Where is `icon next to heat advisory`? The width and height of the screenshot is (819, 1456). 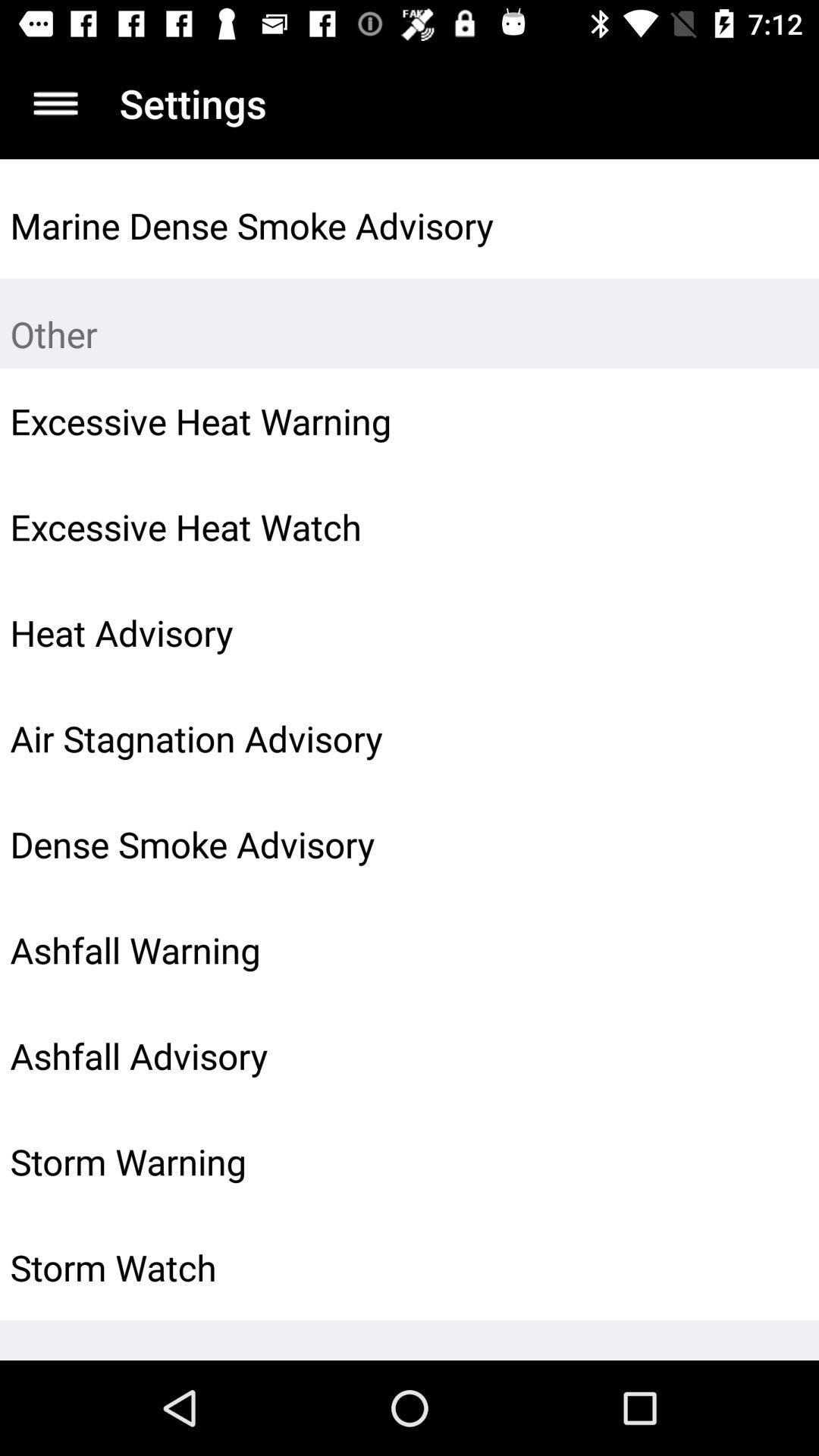 icon next to heat advisory is located at coordinates (771, 632).